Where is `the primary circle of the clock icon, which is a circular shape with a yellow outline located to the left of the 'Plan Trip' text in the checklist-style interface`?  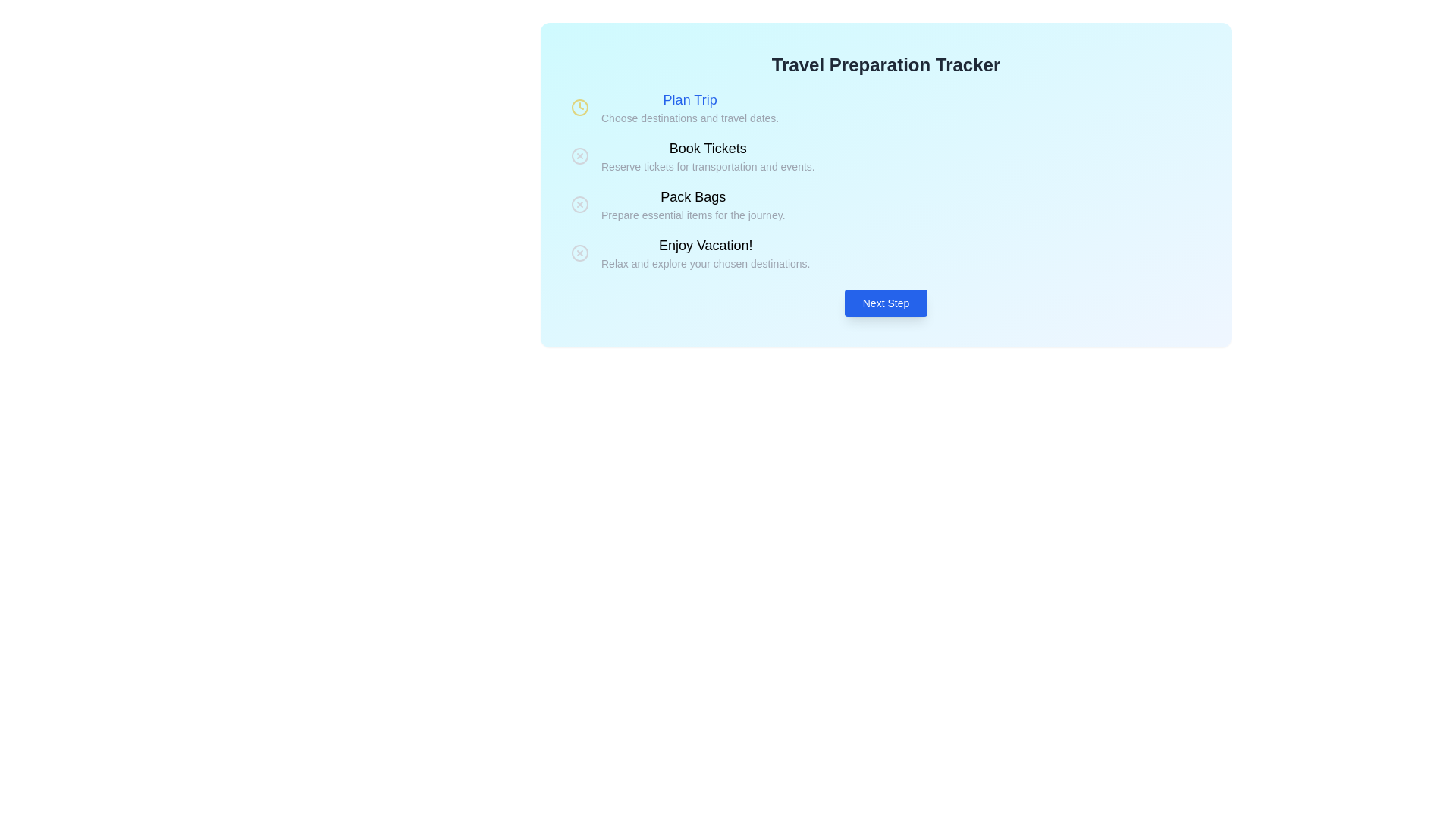 the primary circle of the clock icon, which is a circular shape with a yellow outline located to the left of the 'Plan Trip' text in the checklist-style interface is located at coordinates (579, 107).